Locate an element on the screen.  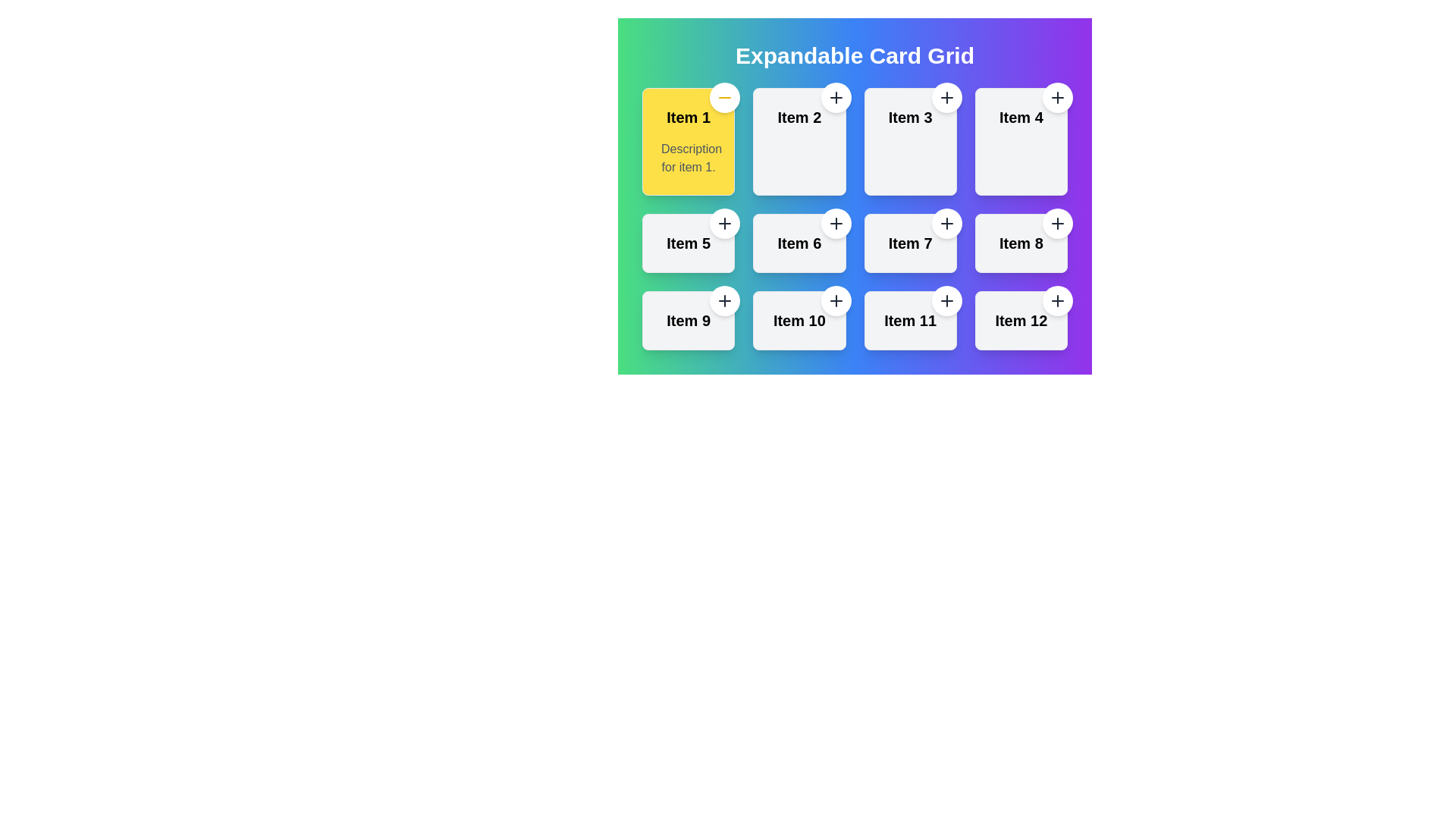
the circular button with a white background and dark gray plus icon located at the top-right corner of the 'Item 9' card is located at coordinates (724, 301).